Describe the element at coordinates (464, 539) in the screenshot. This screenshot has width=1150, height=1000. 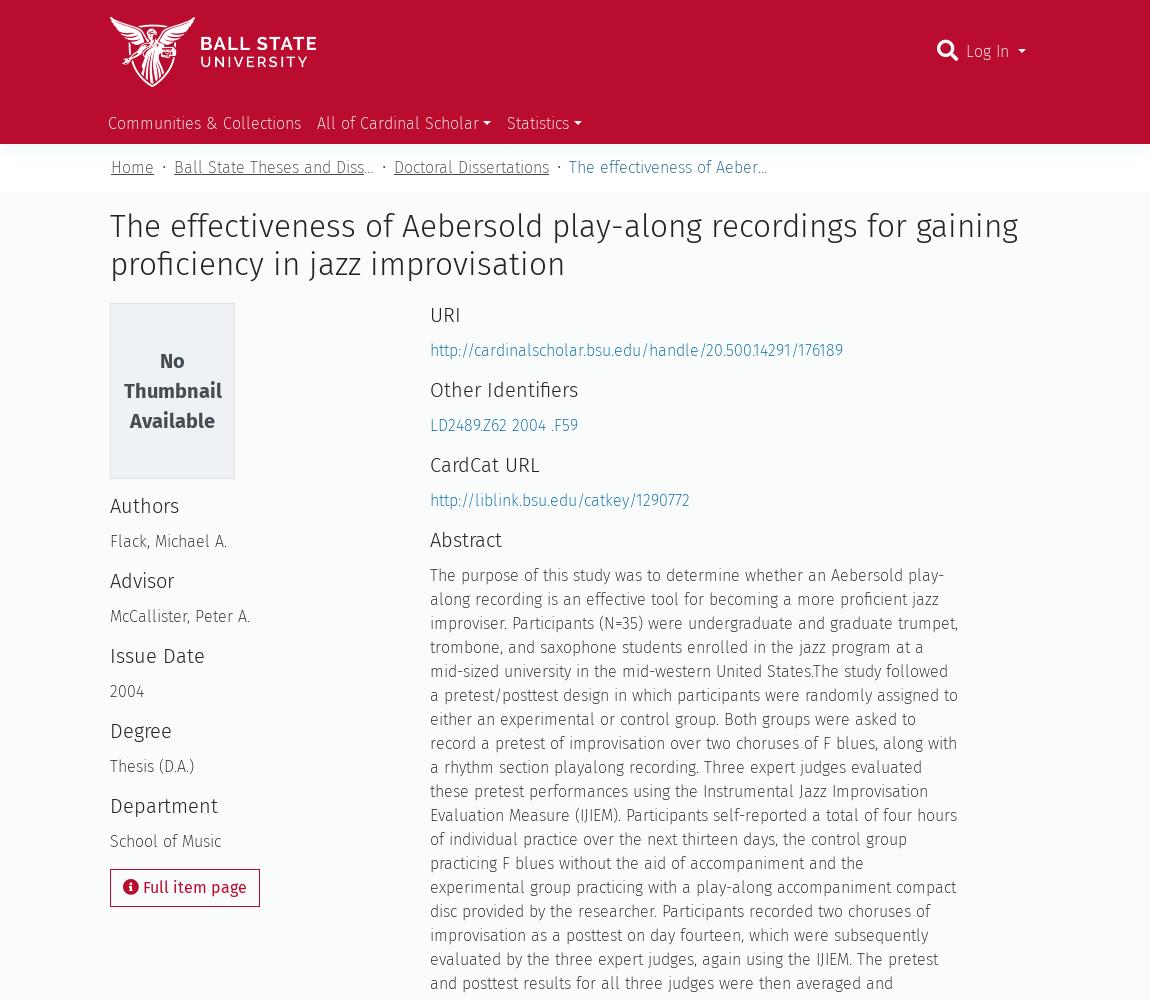
I see `'Abstract'` at that location.